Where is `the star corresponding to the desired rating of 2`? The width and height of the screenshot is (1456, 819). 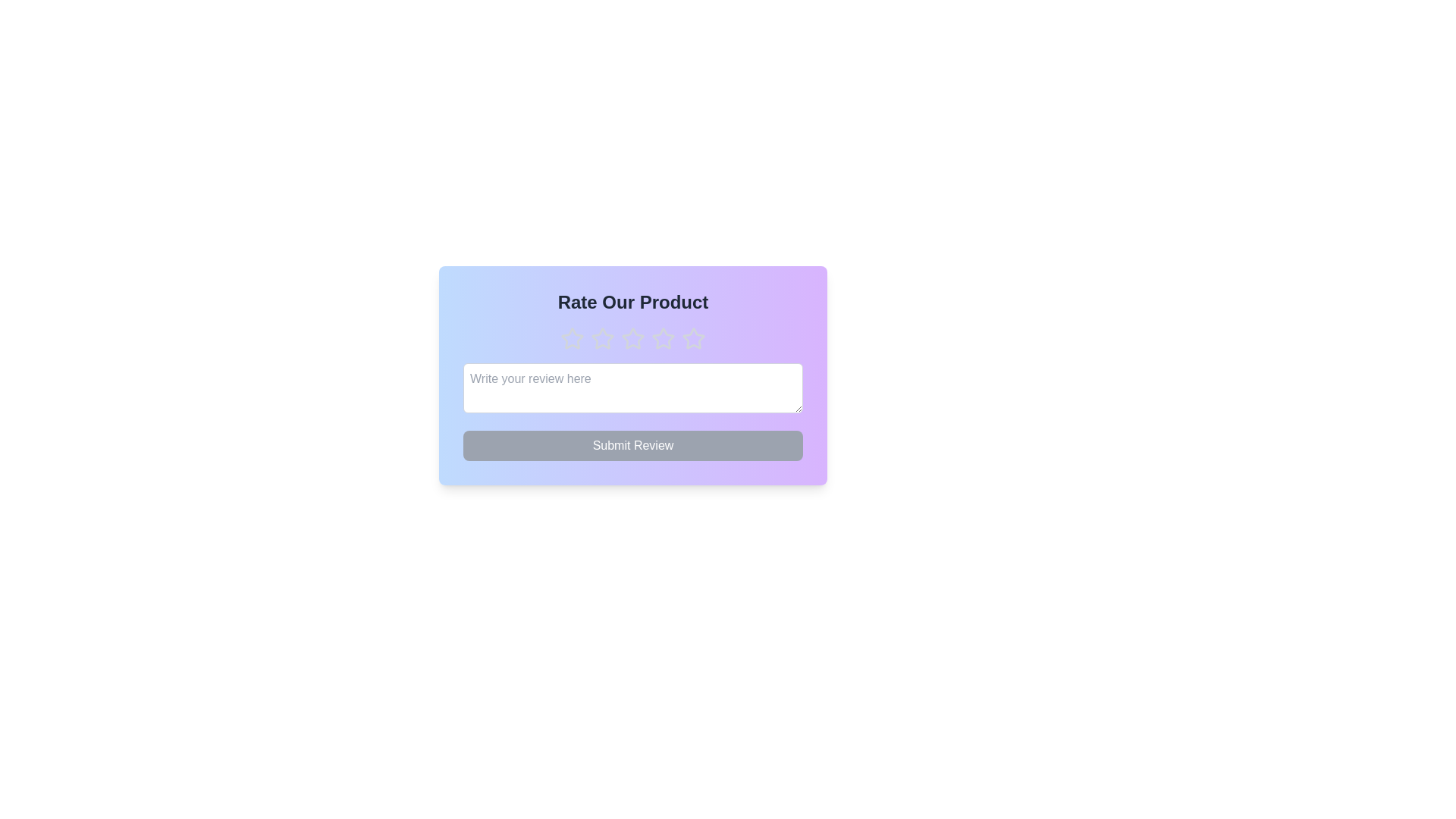
the star corresponding to the desired rating of 2 is located at coordinates (602, 338).